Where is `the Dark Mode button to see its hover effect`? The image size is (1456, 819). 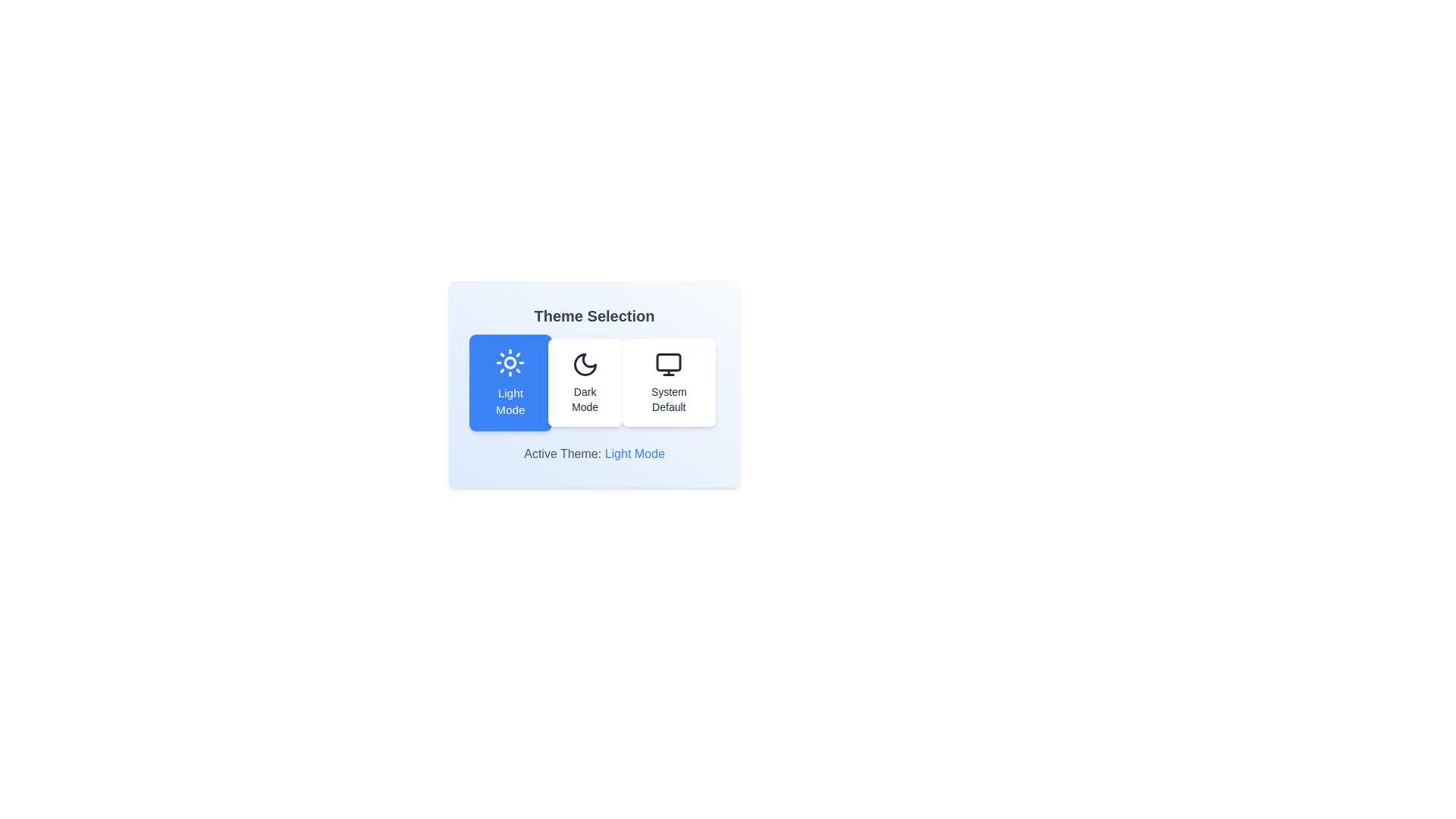 the Dark Mode button to see its hover effect is located at coordinates (584, 382).